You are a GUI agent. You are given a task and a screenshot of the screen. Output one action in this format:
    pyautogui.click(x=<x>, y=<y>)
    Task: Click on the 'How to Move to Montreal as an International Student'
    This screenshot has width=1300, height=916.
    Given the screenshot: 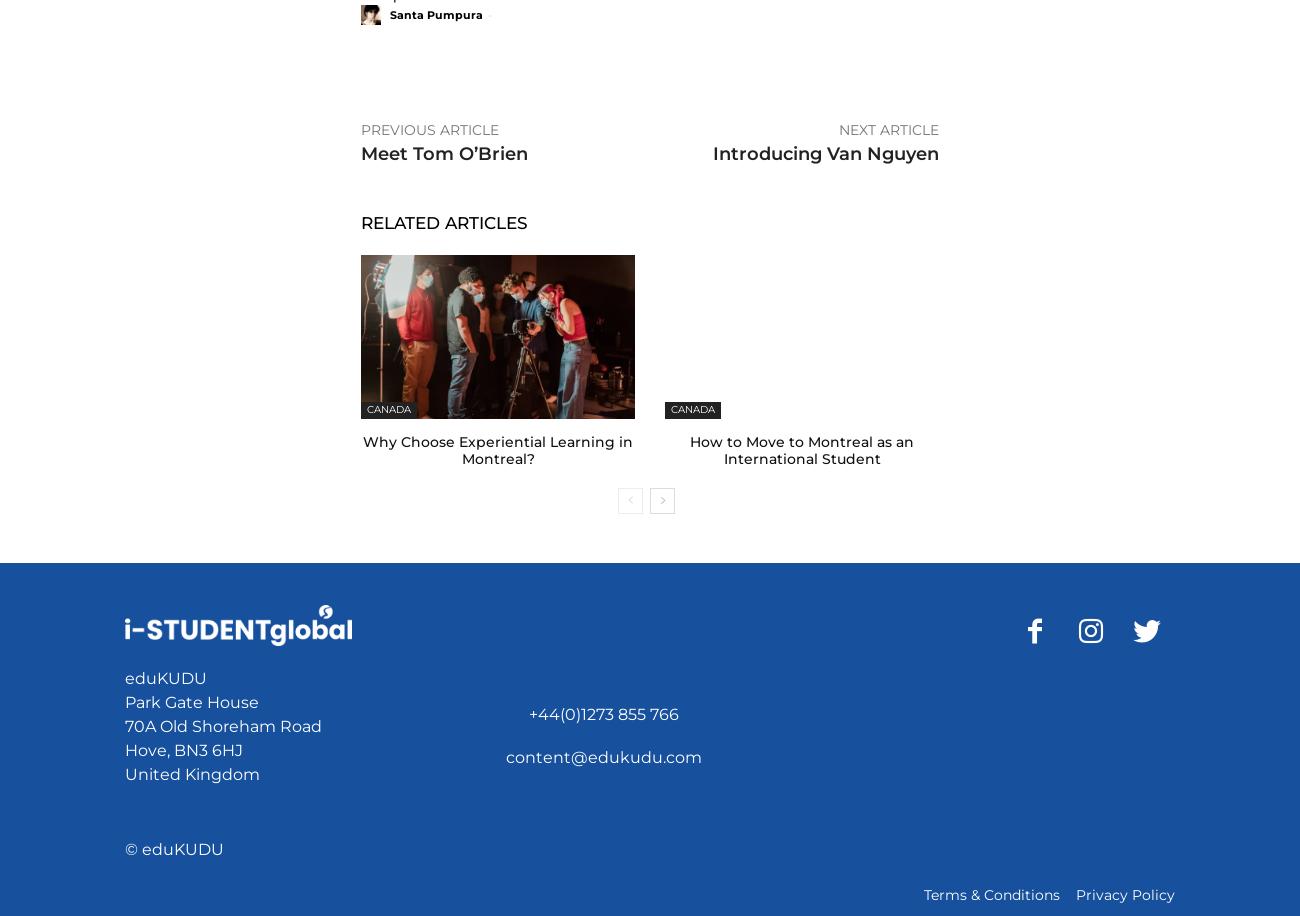 What is the action you would take?
    pyautogui.click(x=800, y=449)
    